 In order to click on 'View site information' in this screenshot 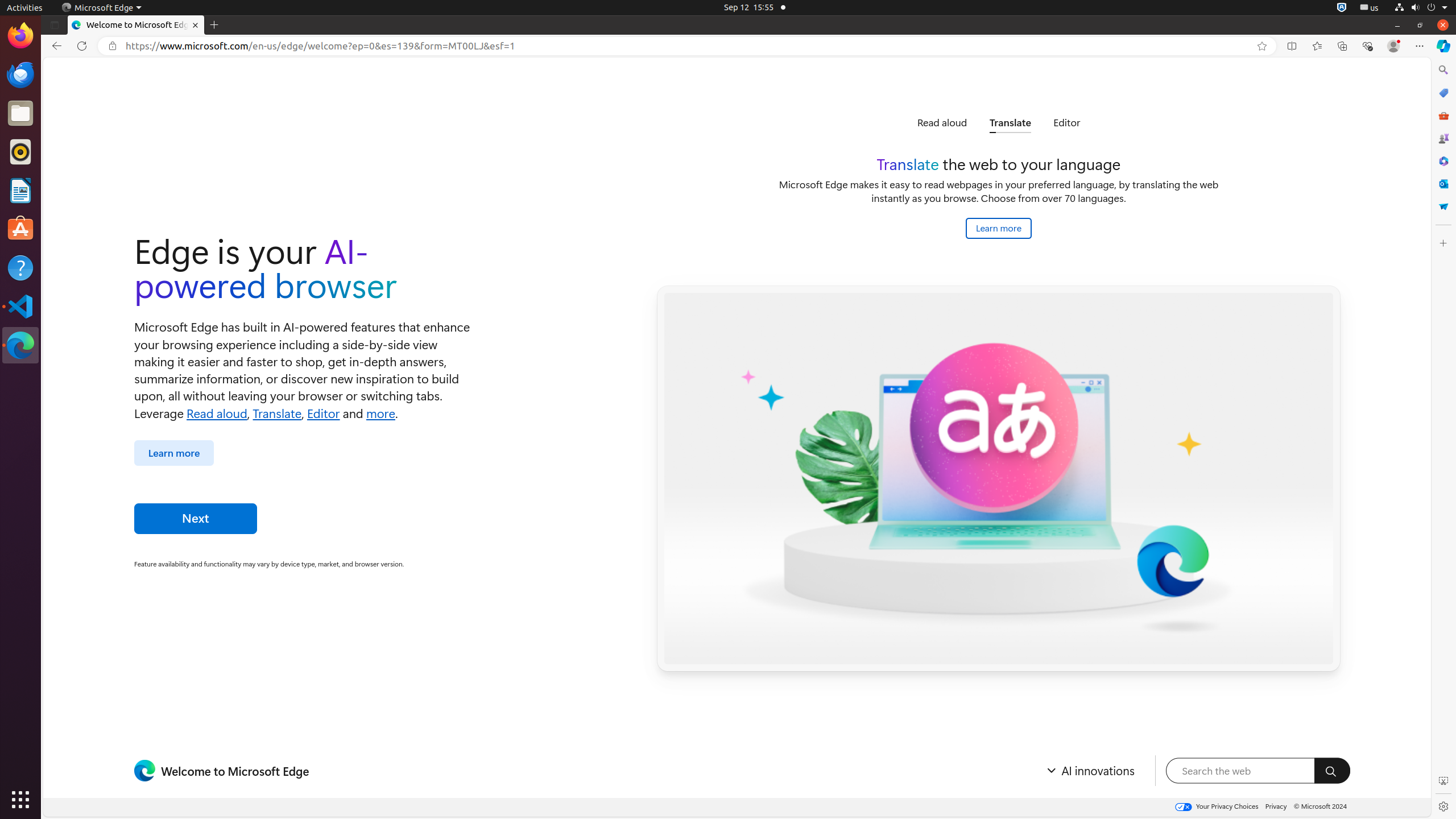, I will do `click(111, 45)`.